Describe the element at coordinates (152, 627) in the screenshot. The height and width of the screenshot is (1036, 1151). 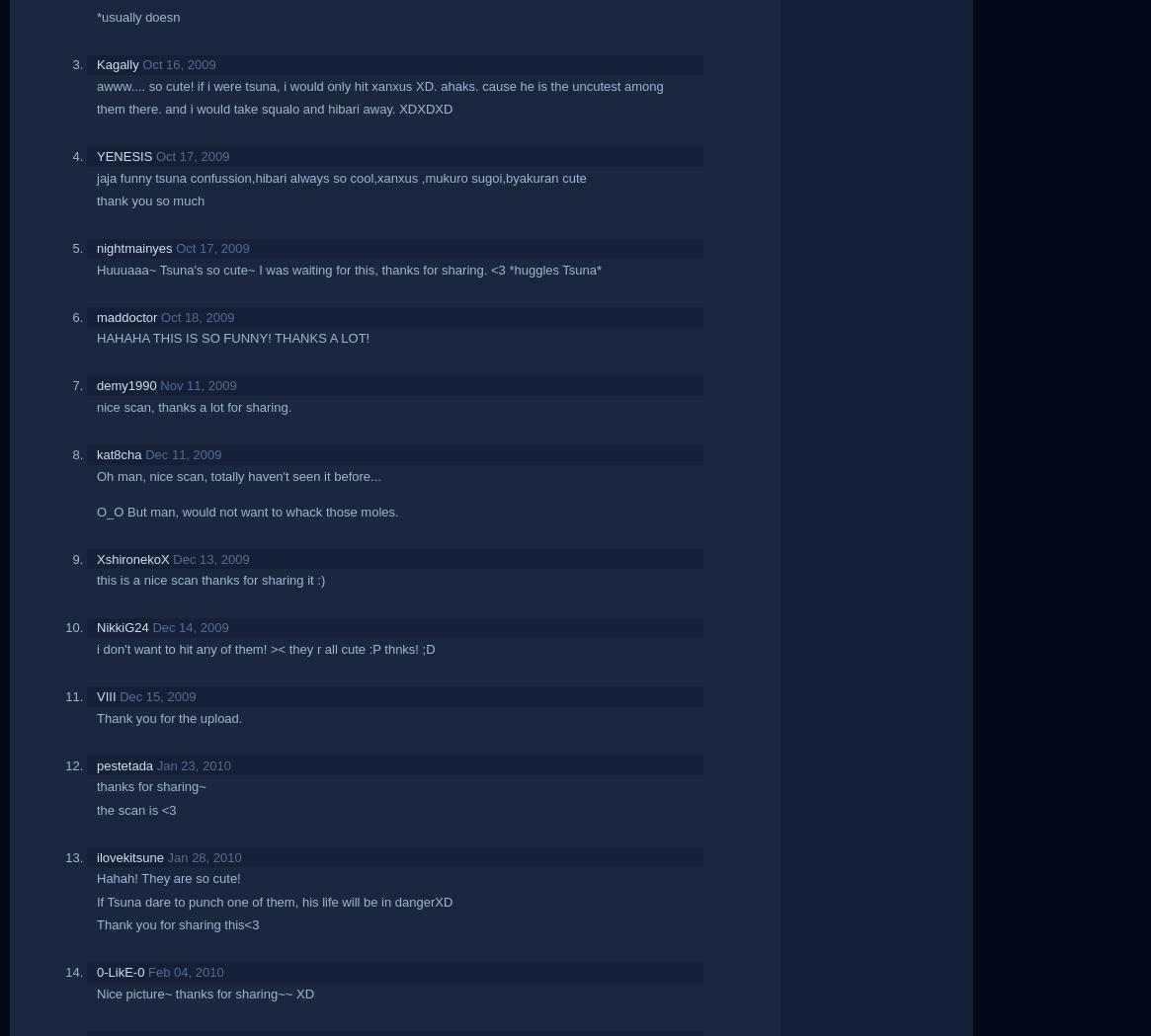
I see `'Dec 14, 2009'` at that location.